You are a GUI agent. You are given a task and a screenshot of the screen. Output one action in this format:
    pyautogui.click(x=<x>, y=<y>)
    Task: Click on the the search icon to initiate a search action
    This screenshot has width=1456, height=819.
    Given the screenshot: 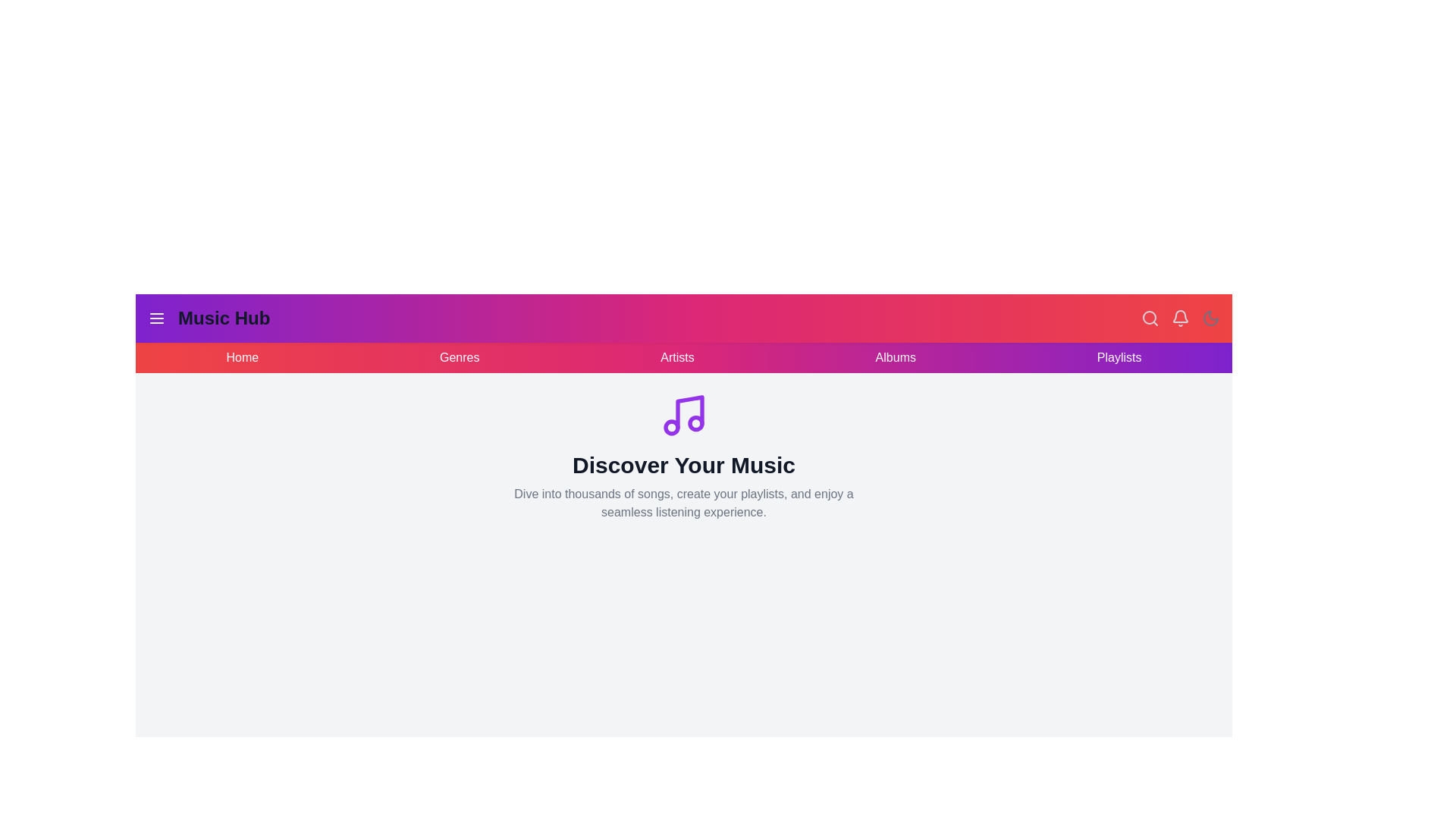 What is the action you would take?
    pyautogui.click(x=1150, y=318)
    